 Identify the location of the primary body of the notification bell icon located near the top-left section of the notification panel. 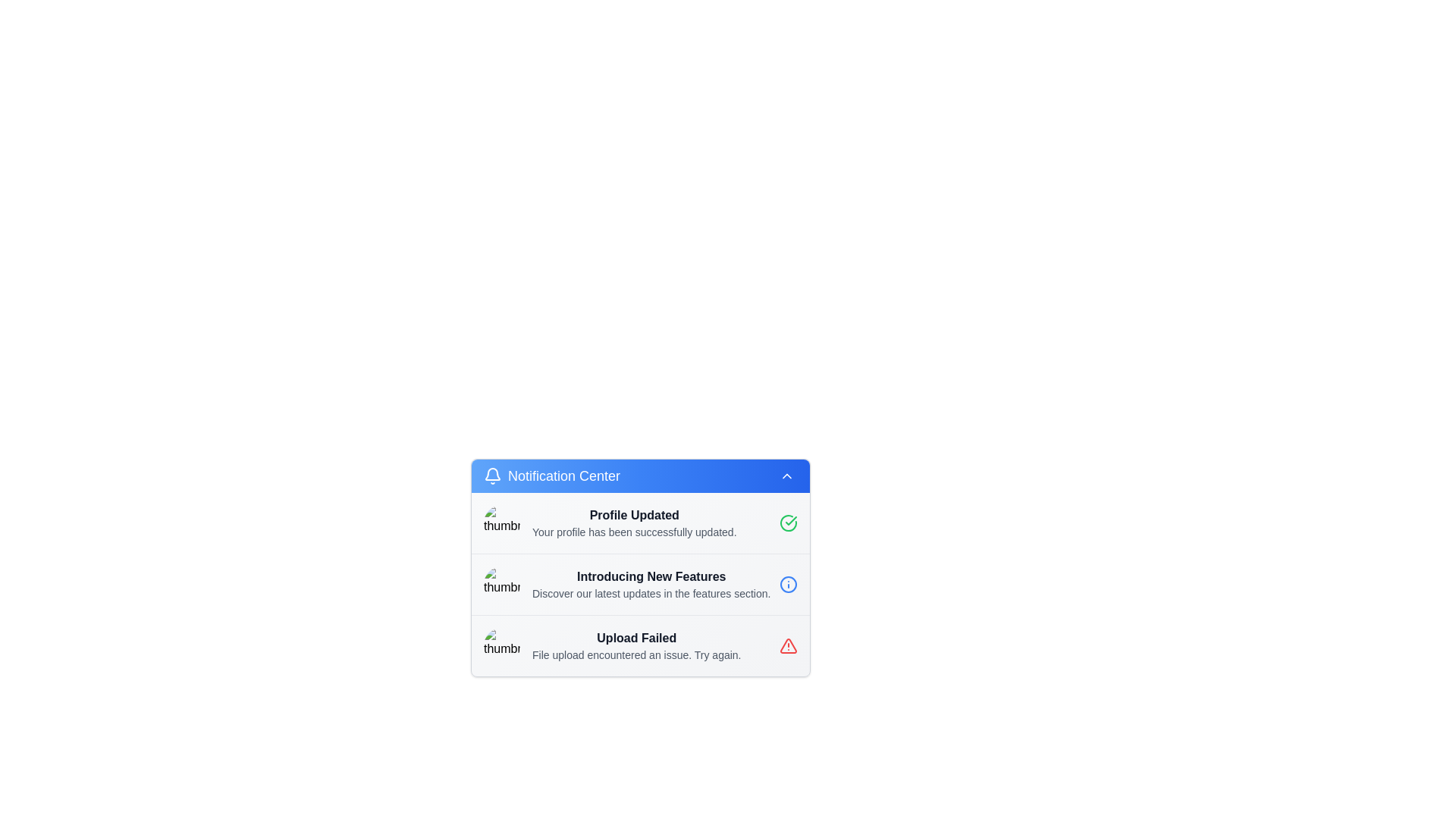
(492, 473).